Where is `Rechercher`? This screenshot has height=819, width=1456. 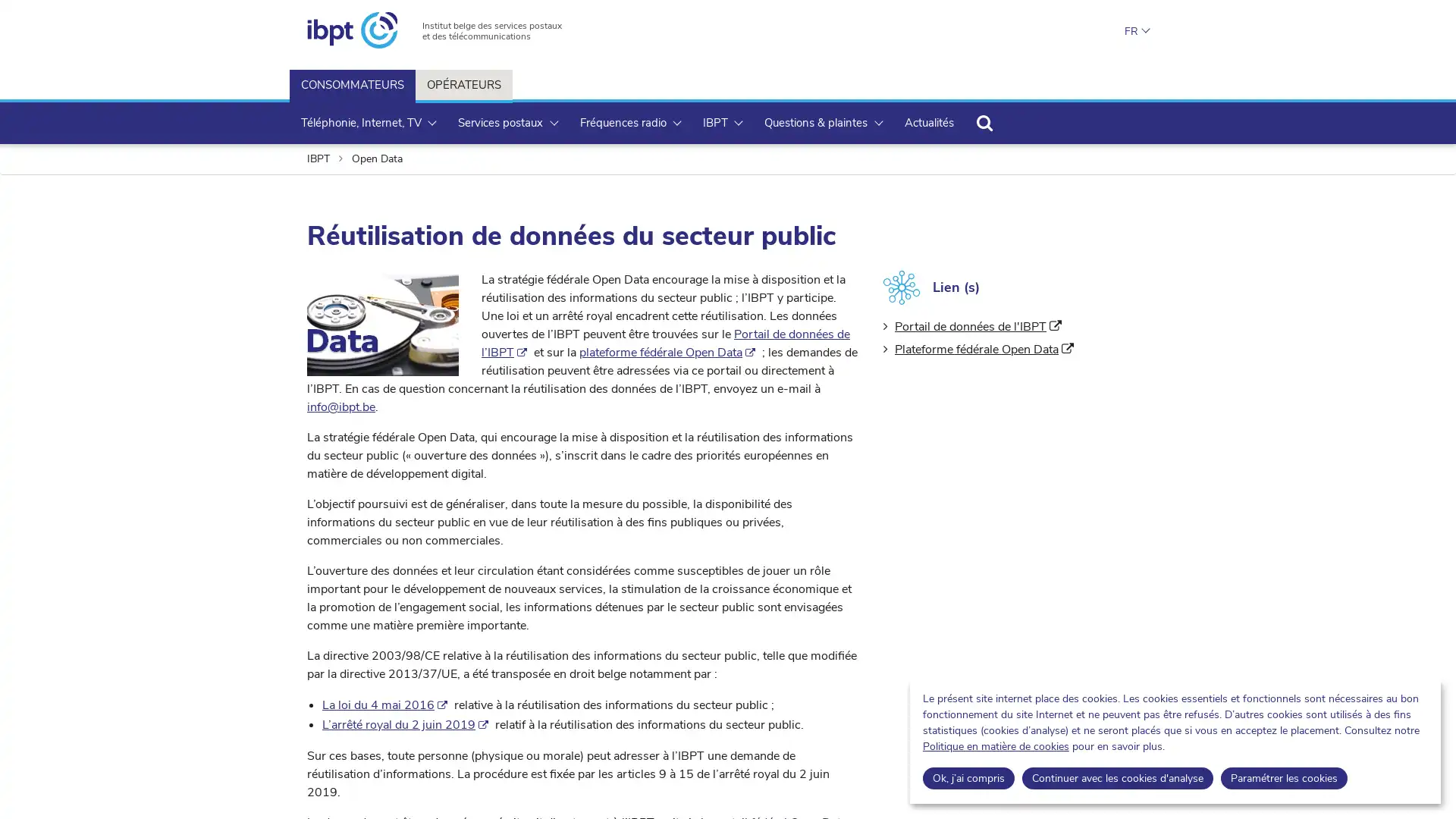 Rechercher is located at coordinates (985, 122).